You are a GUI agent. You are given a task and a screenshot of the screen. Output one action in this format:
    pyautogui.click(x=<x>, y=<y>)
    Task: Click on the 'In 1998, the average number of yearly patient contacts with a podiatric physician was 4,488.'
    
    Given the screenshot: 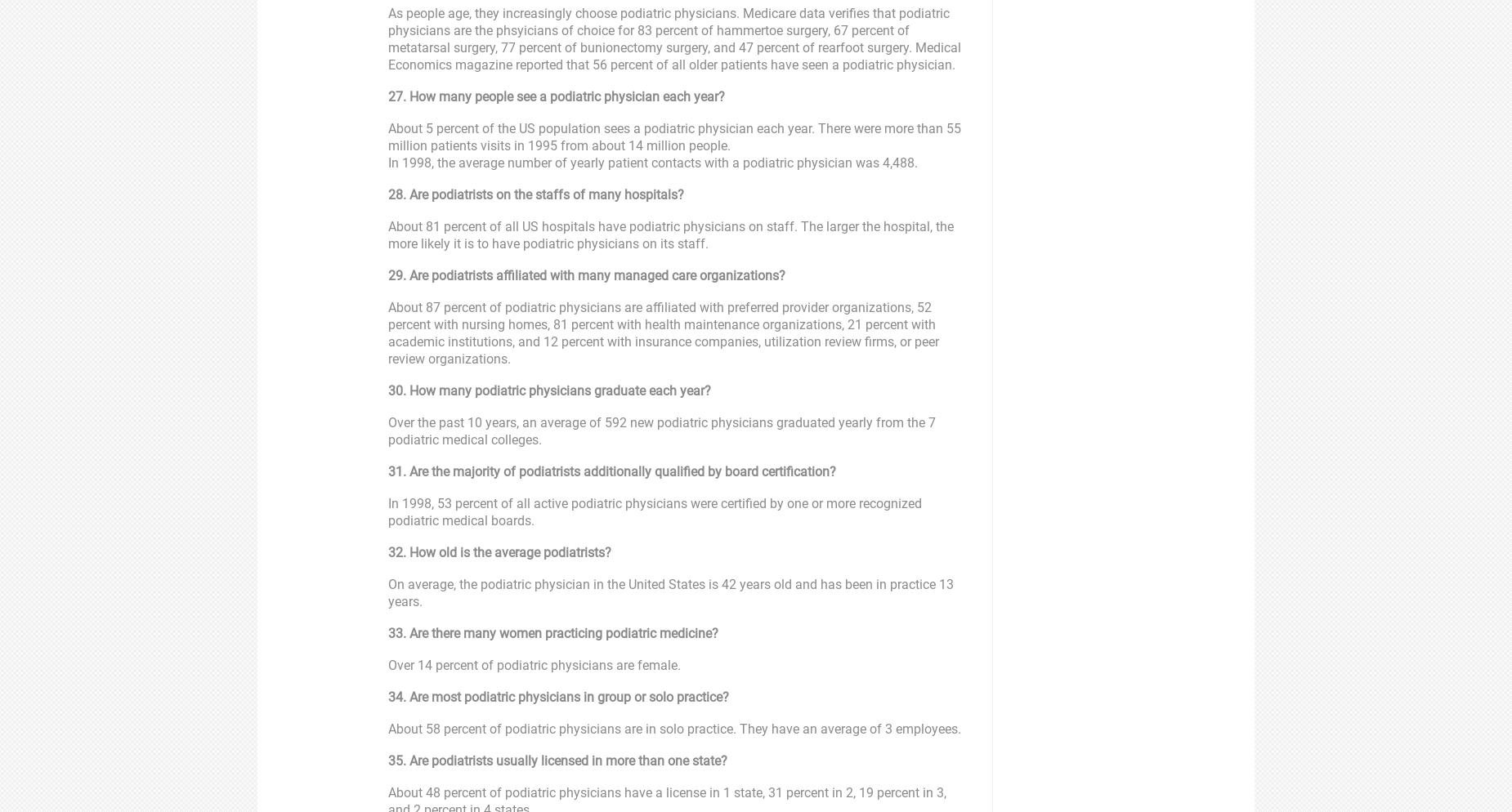 What is the action you would take?
    pyautogui.click(x=653, y=162)
    